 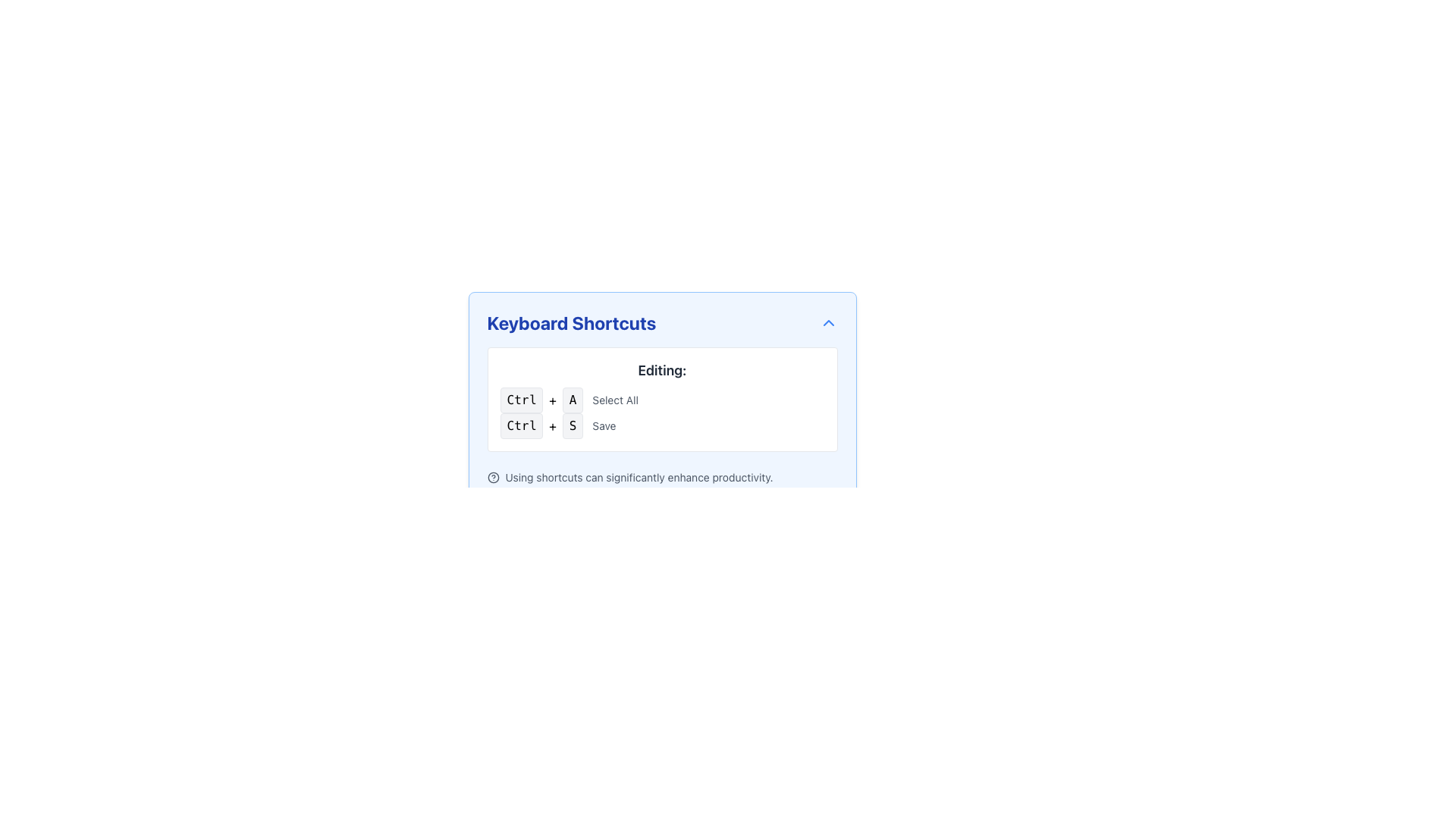 I want to click on the keyboard key styled Label displaying the letter 'S', which is part of the keyboard shortcuts under the 'Keyboard Shortcuts' section, so click(x=572, y=426).